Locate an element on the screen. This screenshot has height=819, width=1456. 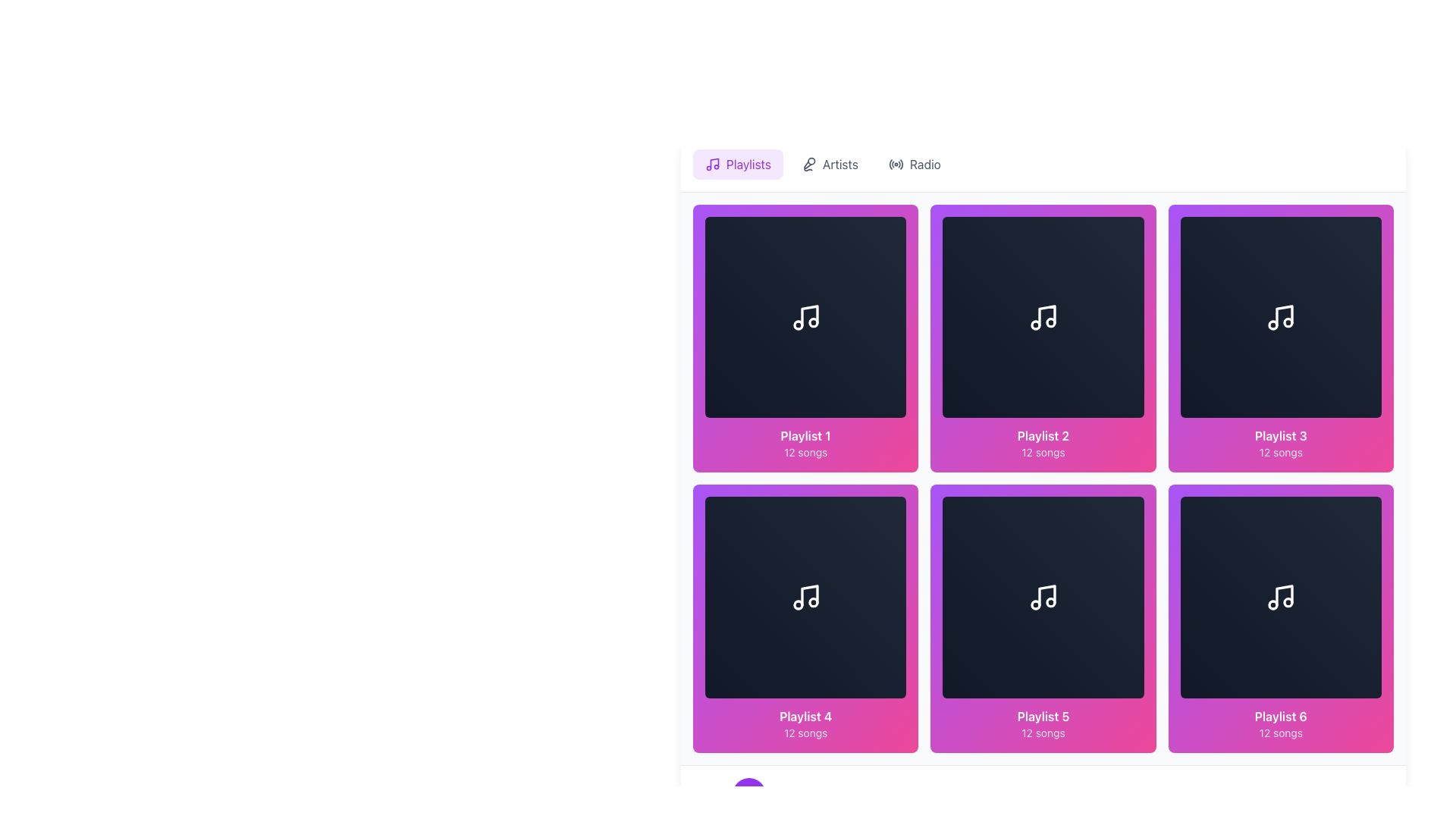
the music note icon located inside the first card labeled 'Playlist 1' in the top-left of the grid layout is located at coordinates (808, 315).